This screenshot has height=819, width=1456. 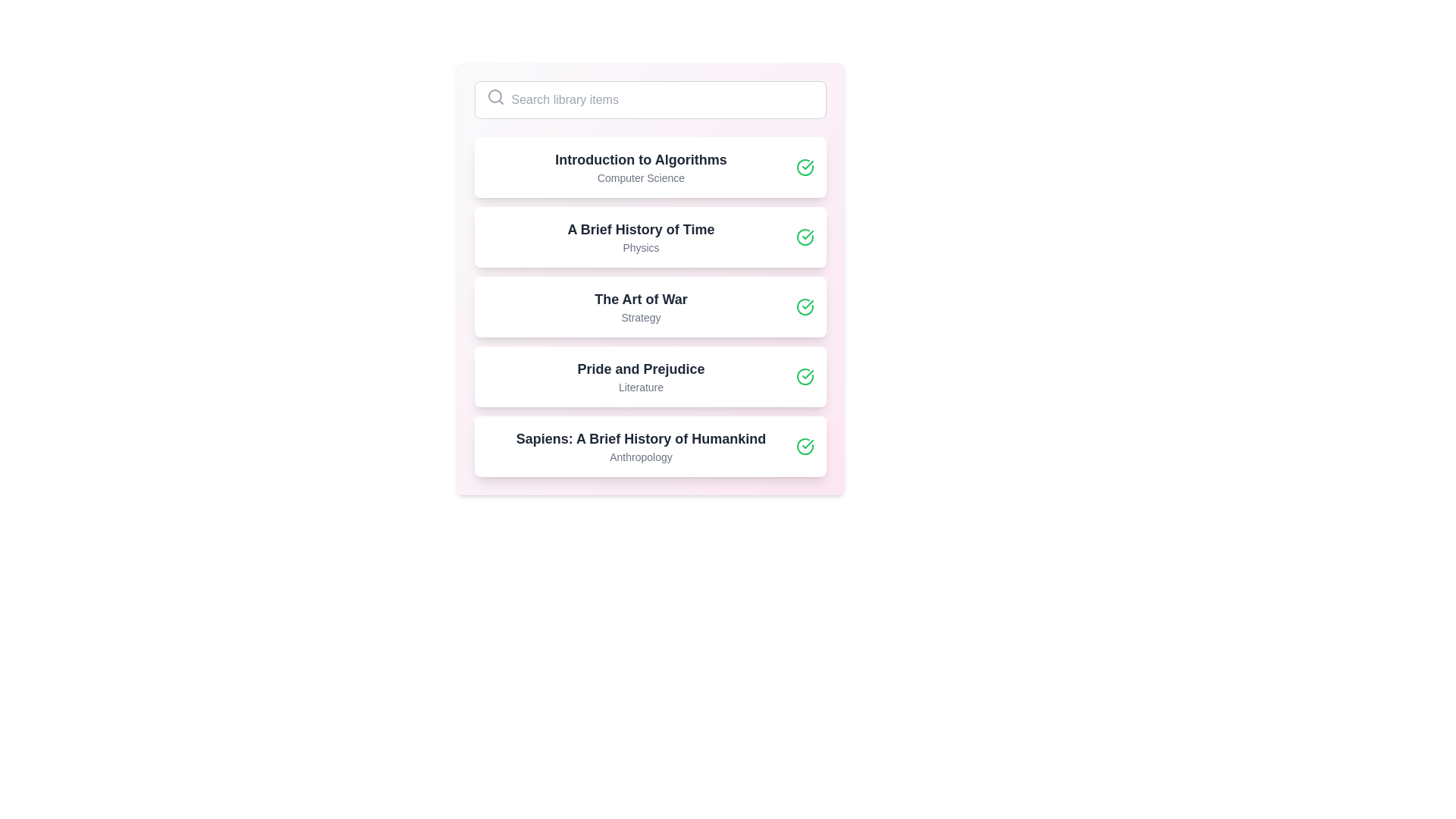 What do you see at coordinates (650, 307) in the screenshot?
I see `the list item card associated with the book 'The Art of War', which is the third card in the vertical list, positioned between 'A Brief History of Time' and 'Pride and Prejudice'` at bounding box center [650, 307].